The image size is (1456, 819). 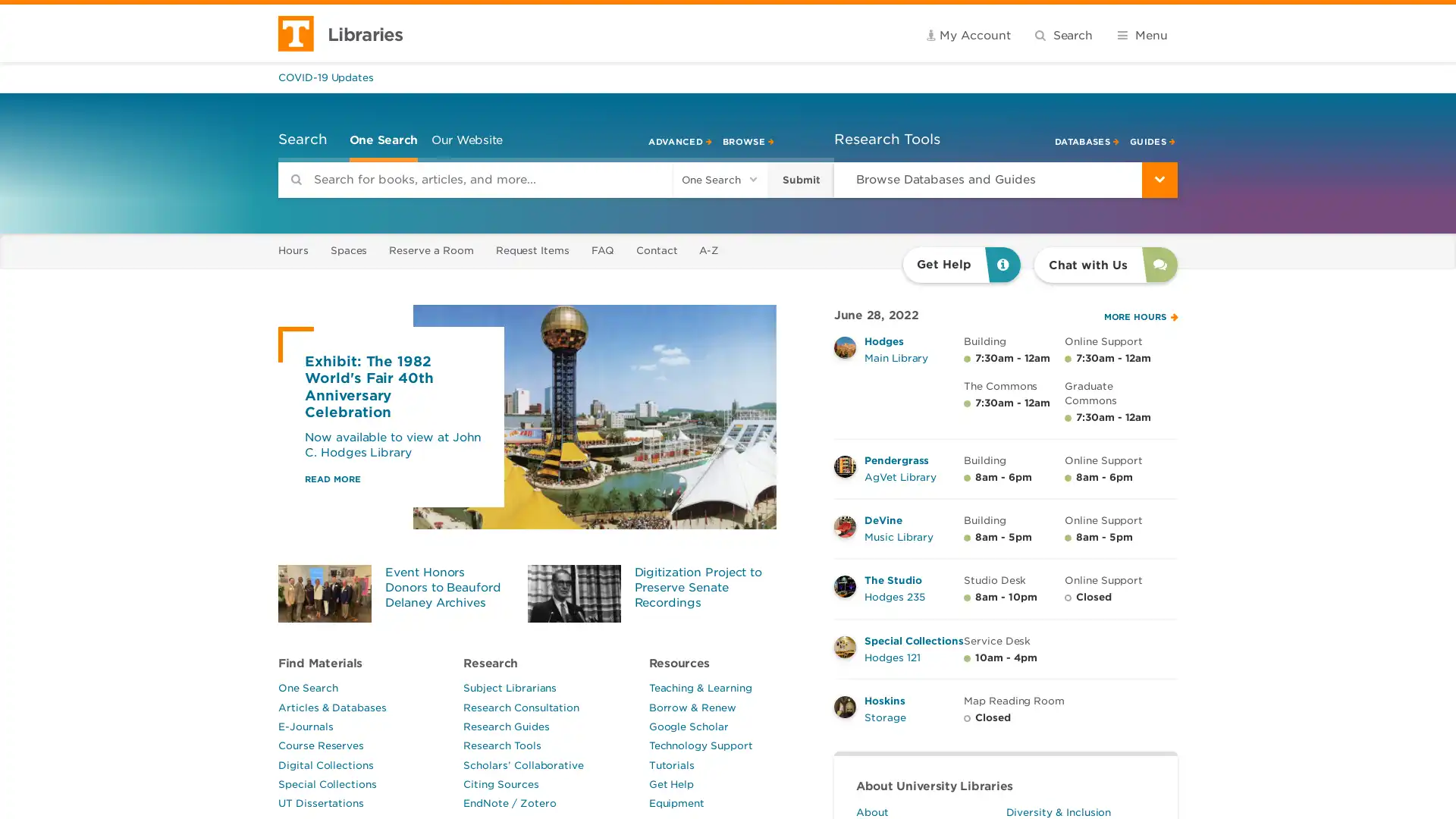 What do you see at coordinates (1106, 263) in the screenshot?
I see `Chat with Us` at bounding box center [1106, 263].